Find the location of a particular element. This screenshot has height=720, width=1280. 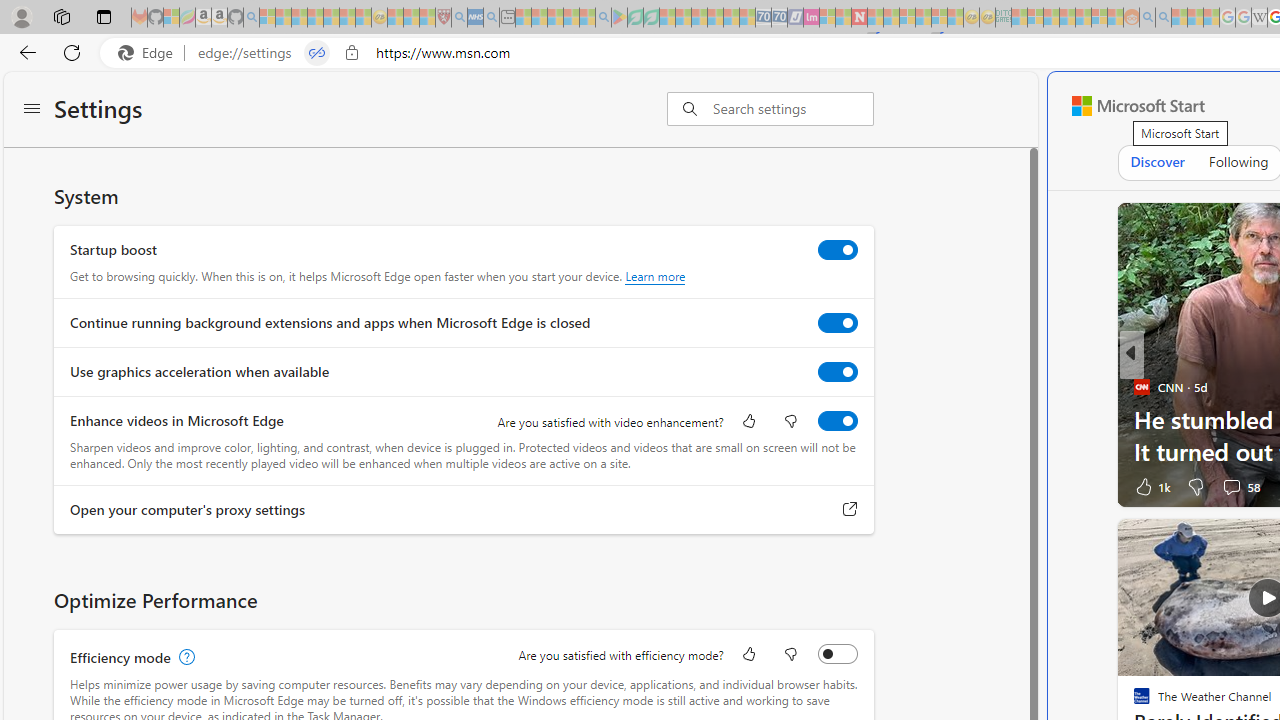

'Settings menu' is located at coordinates (32, 110).